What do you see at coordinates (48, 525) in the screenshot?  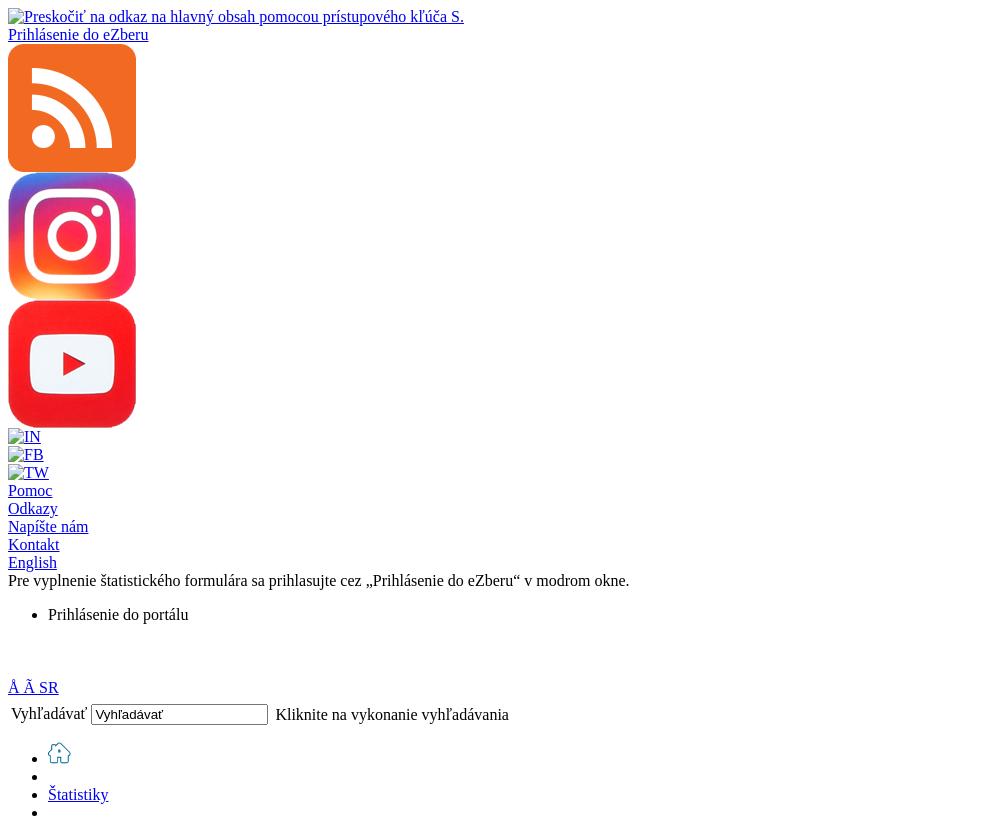 I see `'Napíšte nám'` at bounding box center [48, 525].